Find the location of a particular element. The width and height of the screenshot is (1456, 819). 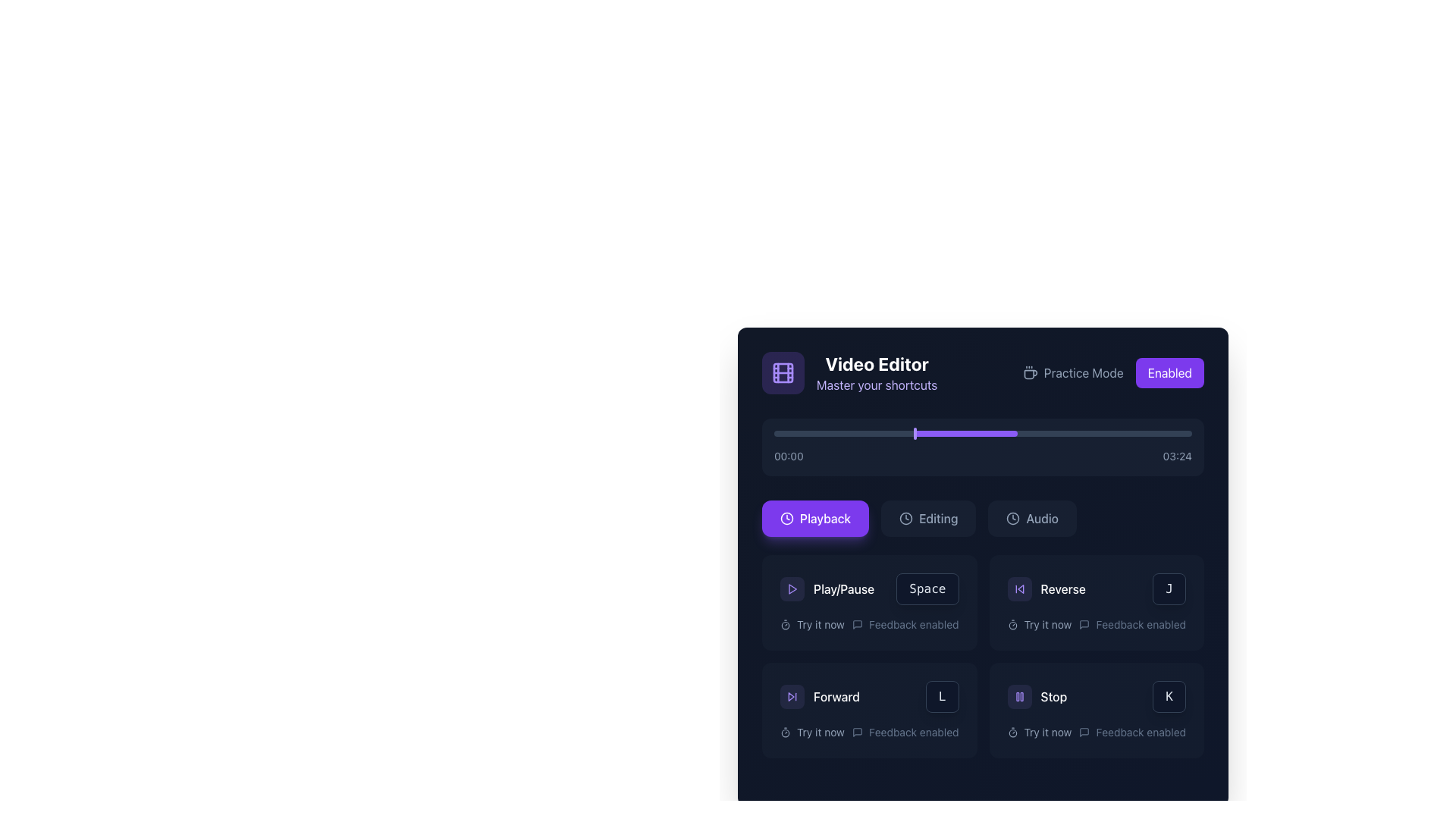

the text label indicating the total duration of the media file, located at the far-right side of the media control interface is located at coordinates (1176, 455).